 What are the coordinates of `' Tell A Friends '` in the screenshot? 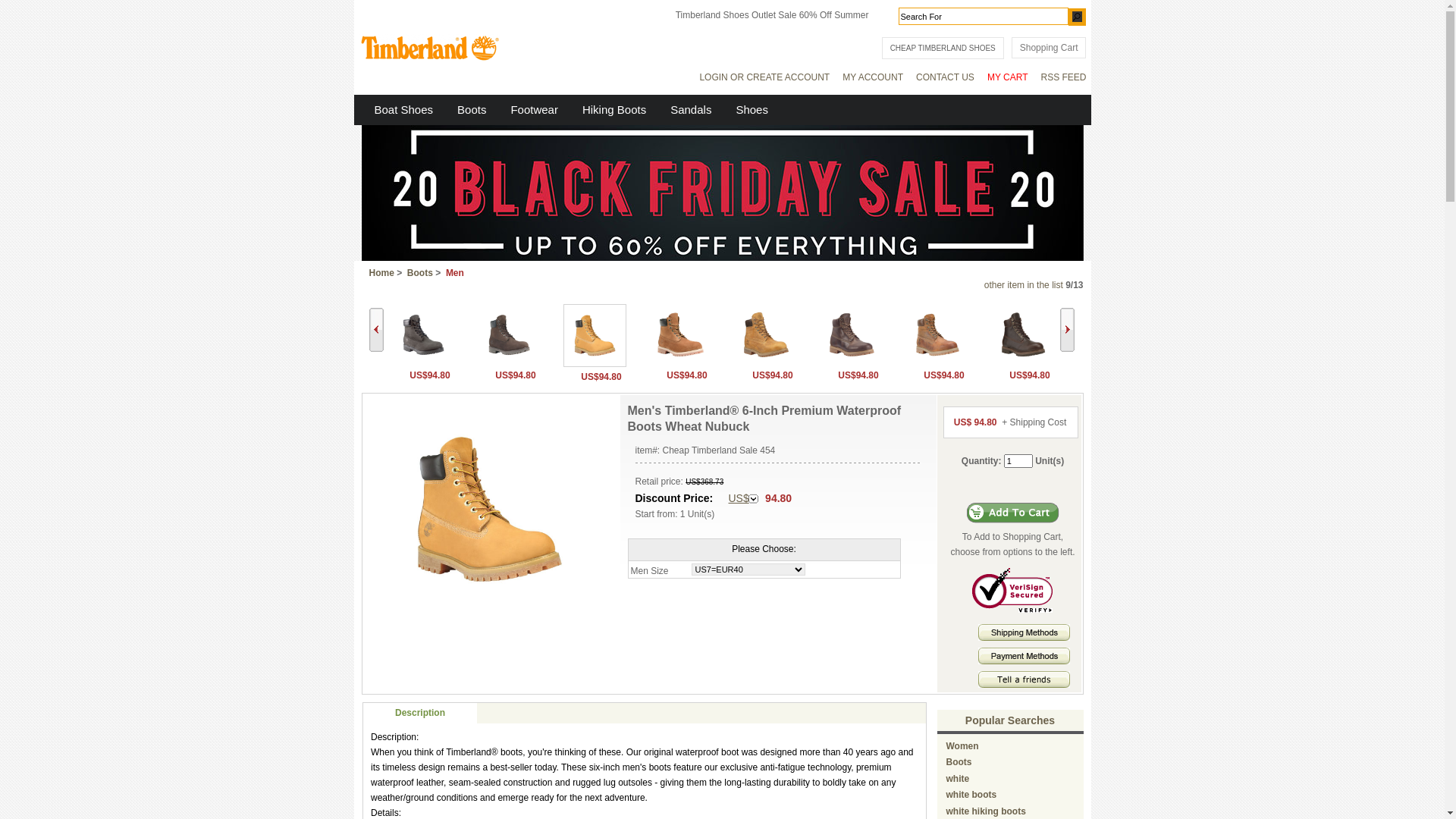 It's located at (1024, 677).